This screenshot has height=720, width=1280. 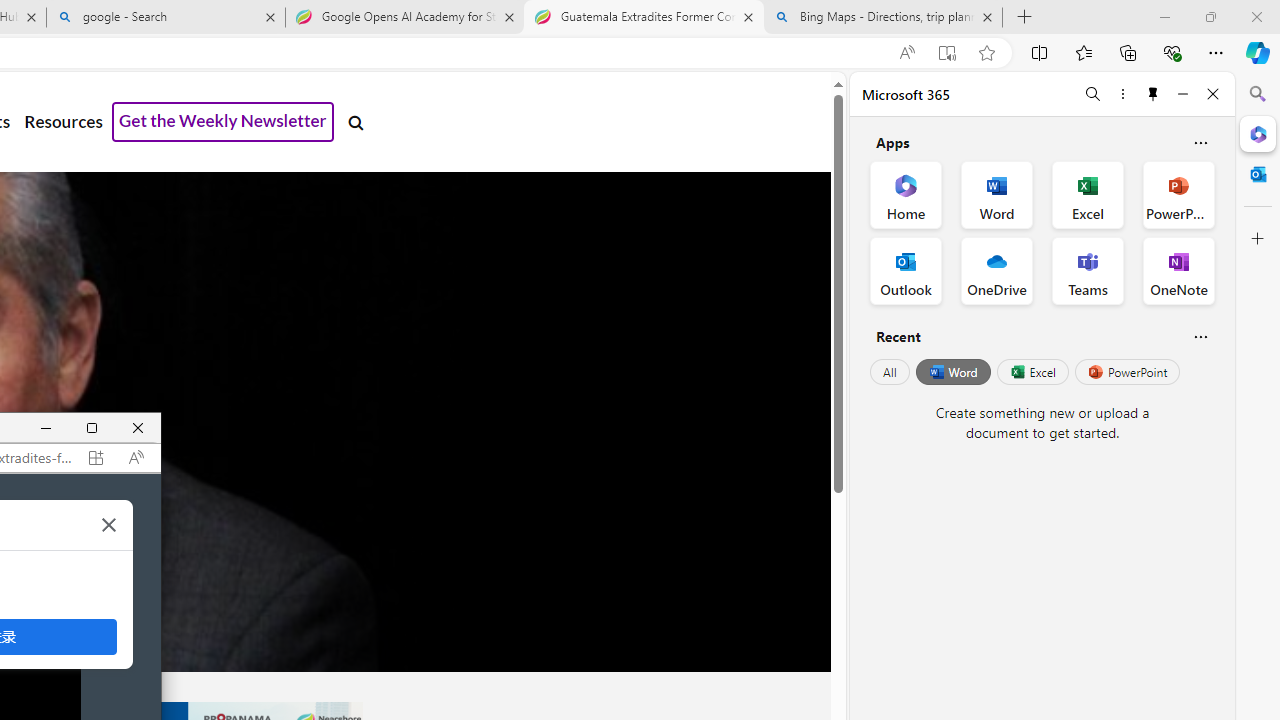 What do you see at coordinates (889, 372) in the screenshot?
I see `'All'` at bounding box center [889, 372].